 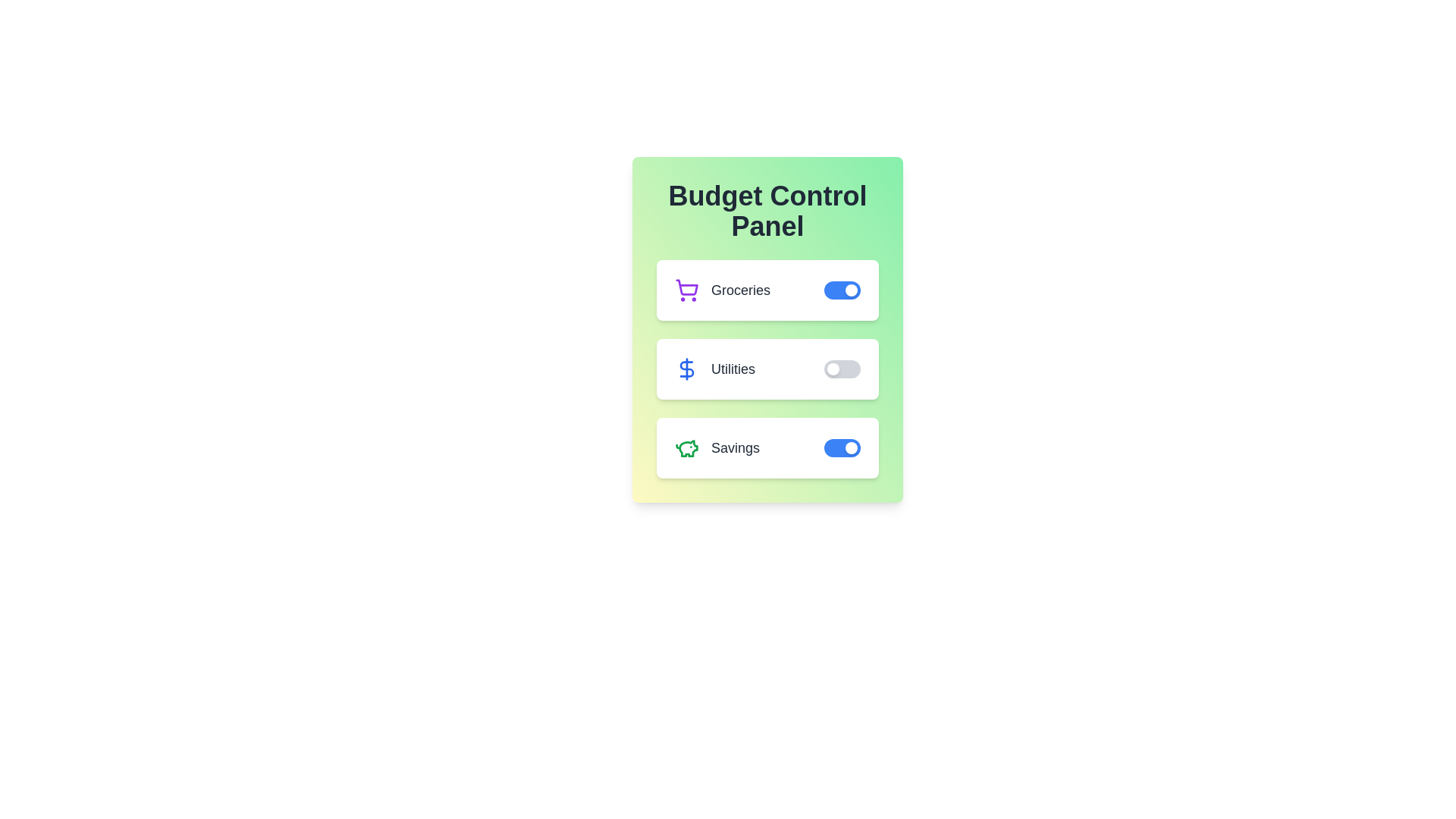 I want to click on the Utilities section to observe its hover effect, so click(x=767, y=369).